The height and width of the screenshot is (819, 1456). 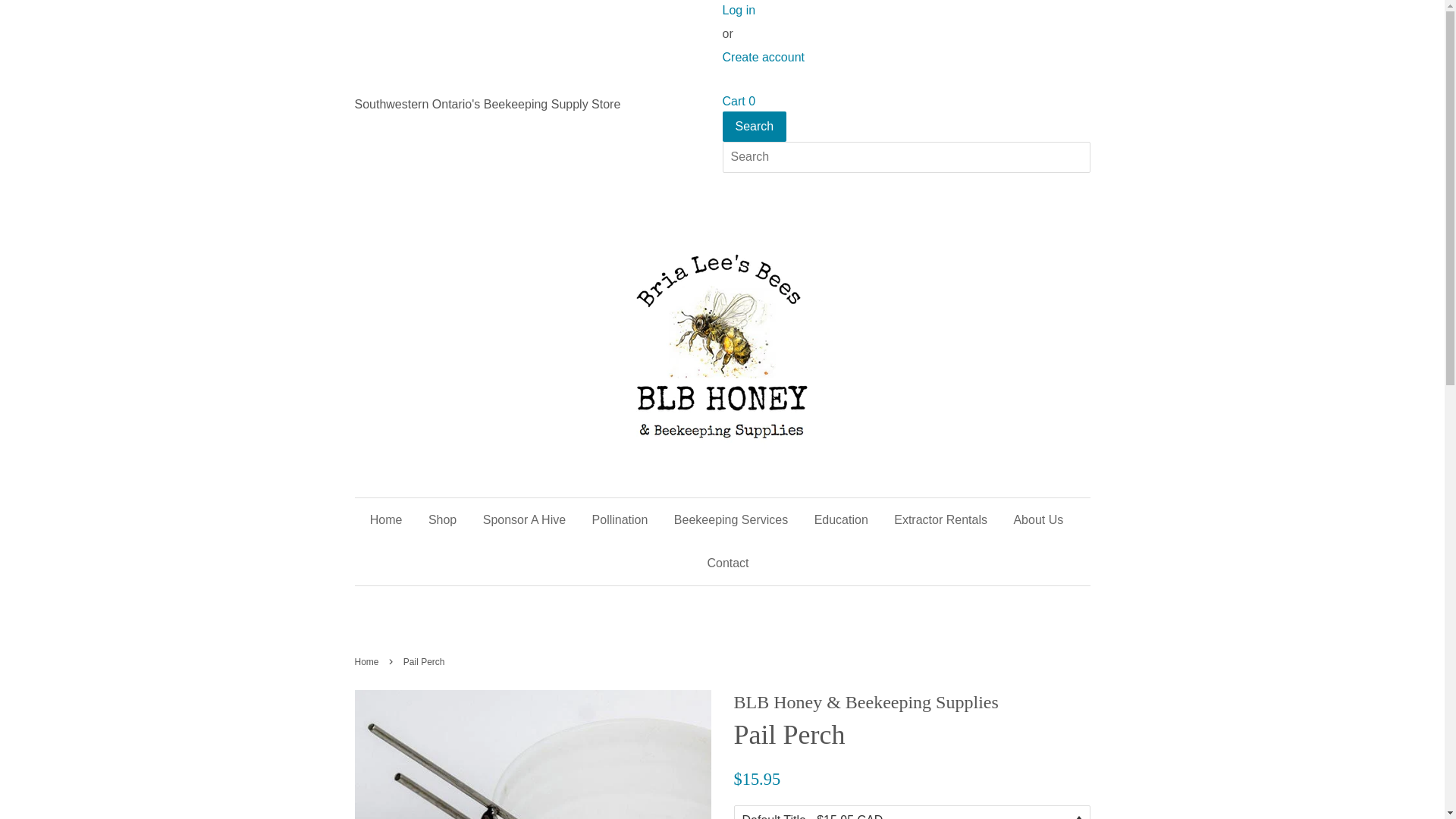 I want to click on 'Shop', so click(x=441, y=519).